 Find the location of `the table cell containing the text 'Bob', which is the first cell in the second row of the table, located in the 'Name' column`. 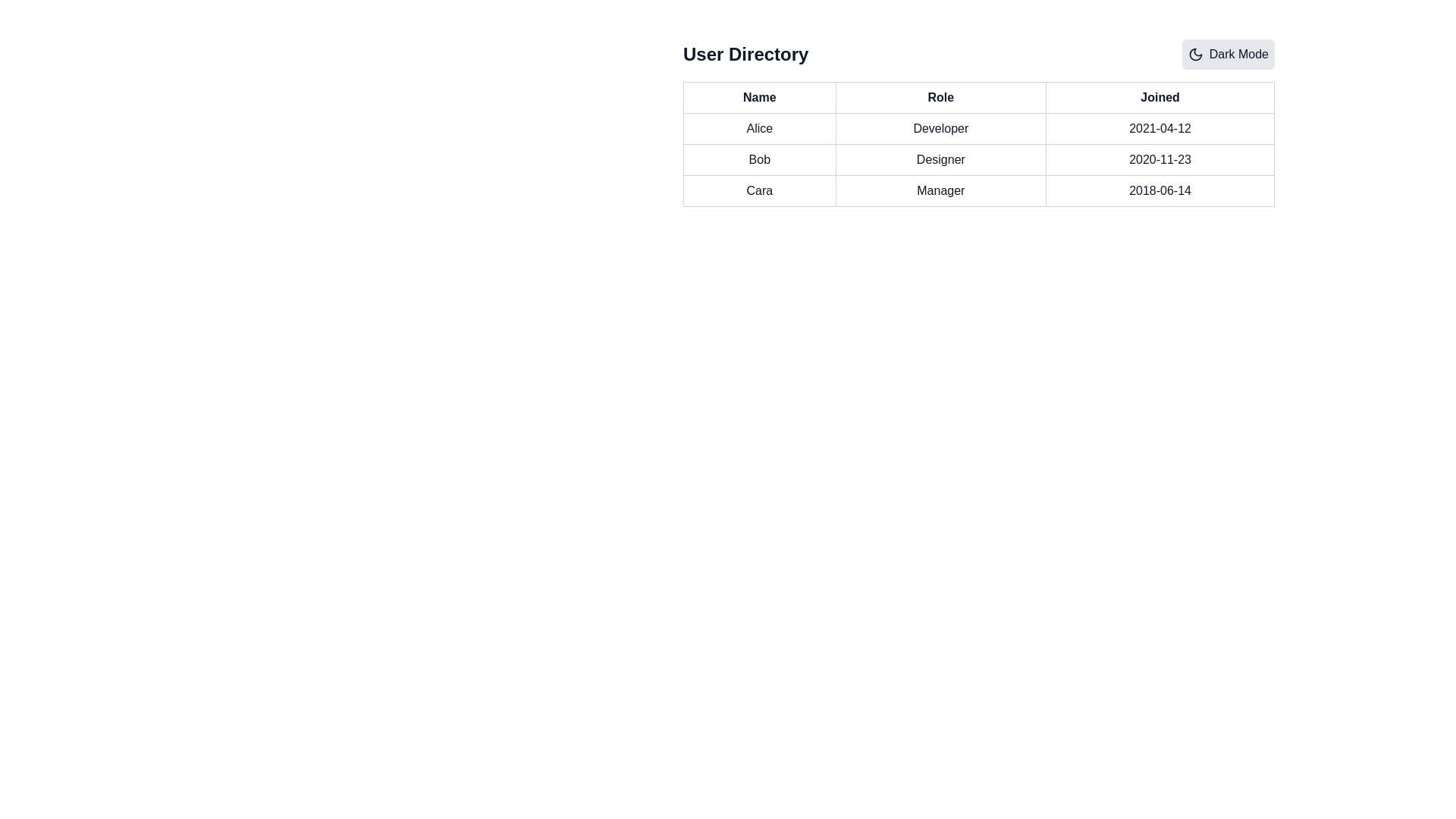

the table cell containing the text 'Bob', which is the first cell in the second row of the table, located in the 'Name' column is located at coordinates (759, 160).